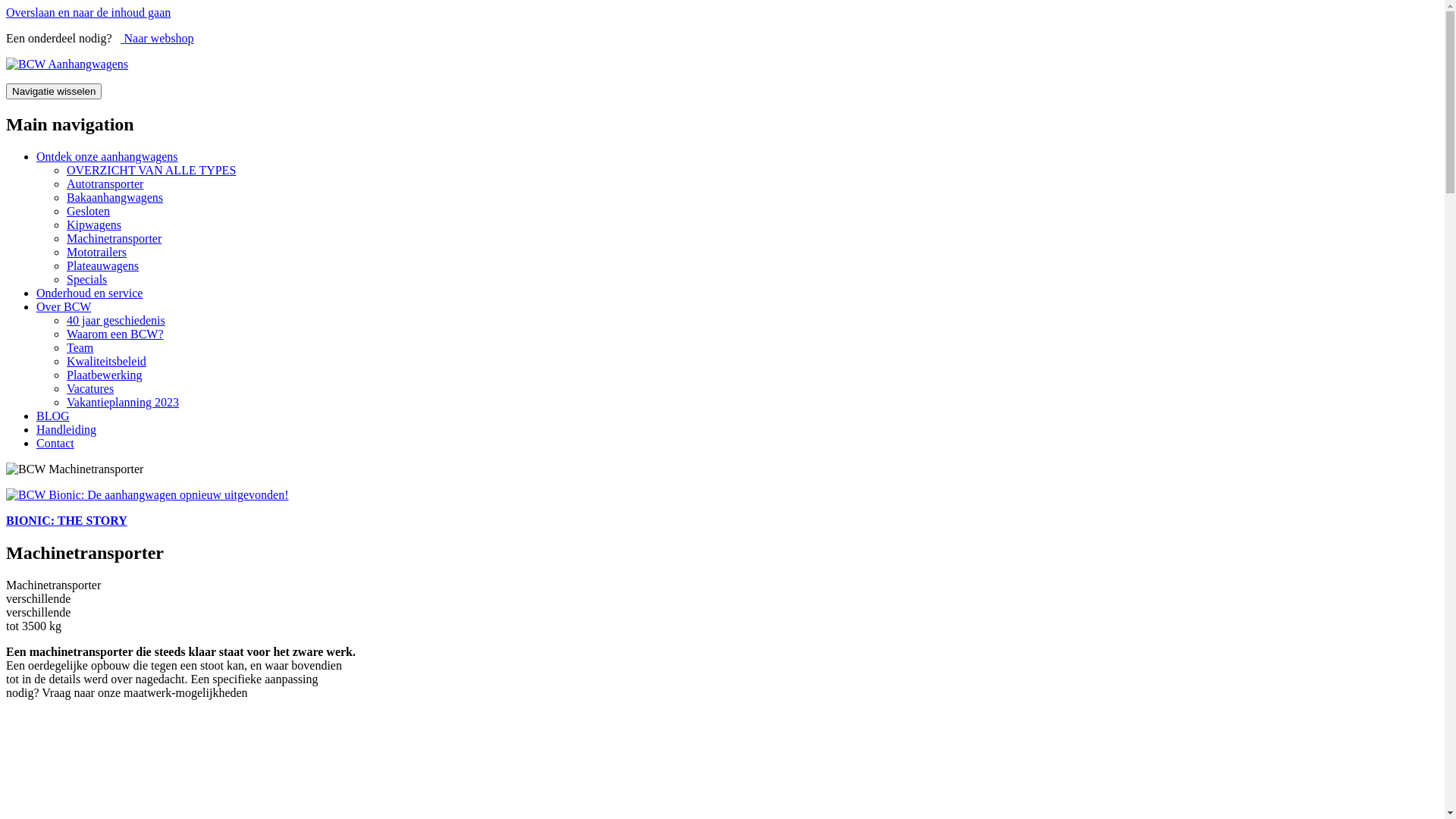  What do you see at coordinates (106, 156) in the screenshot?
I see `'Ontdek onze aanhangwagens'` at bounding box center [106, 156].